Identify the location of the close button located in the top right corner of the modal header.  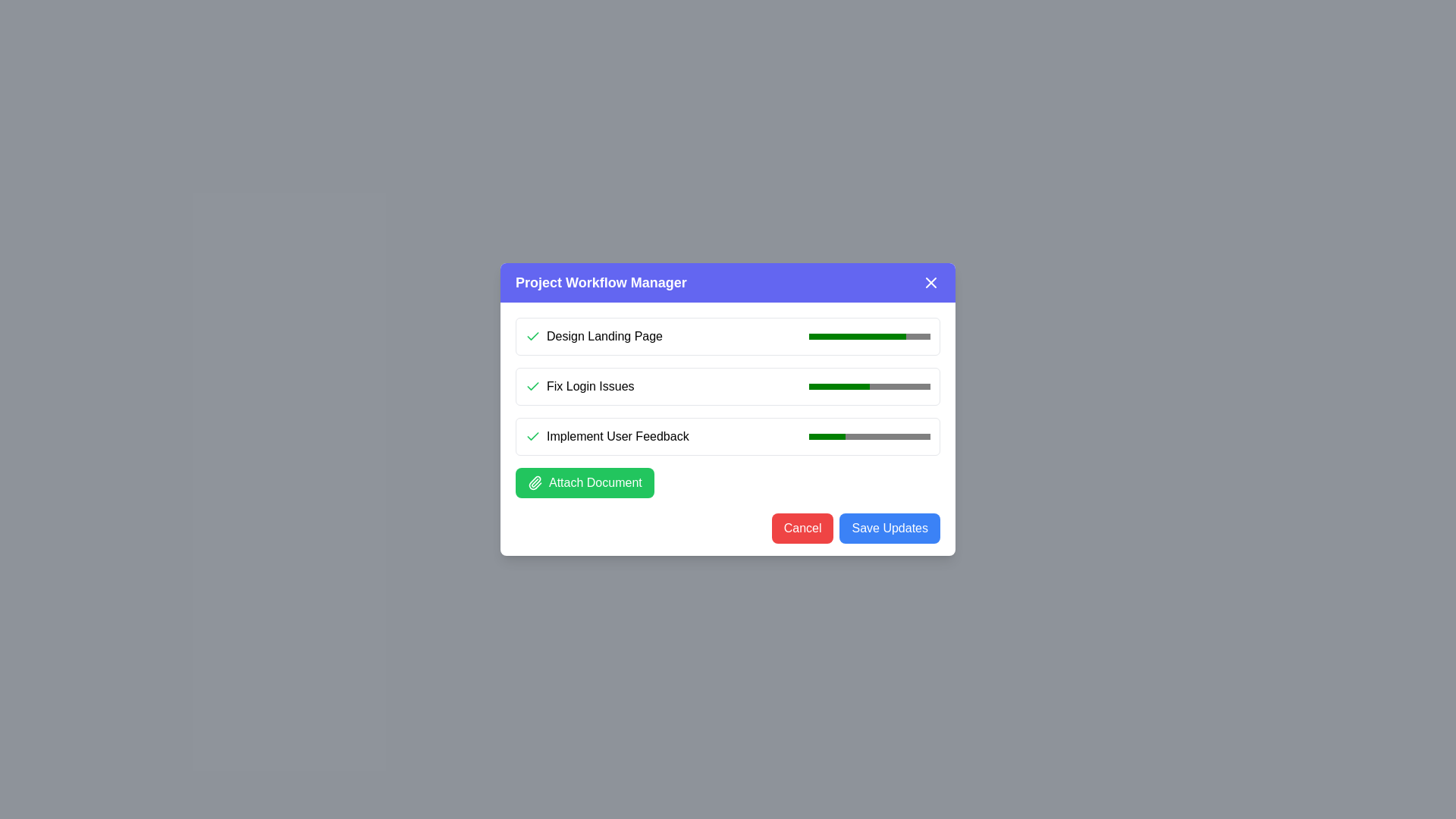
(930, 283).